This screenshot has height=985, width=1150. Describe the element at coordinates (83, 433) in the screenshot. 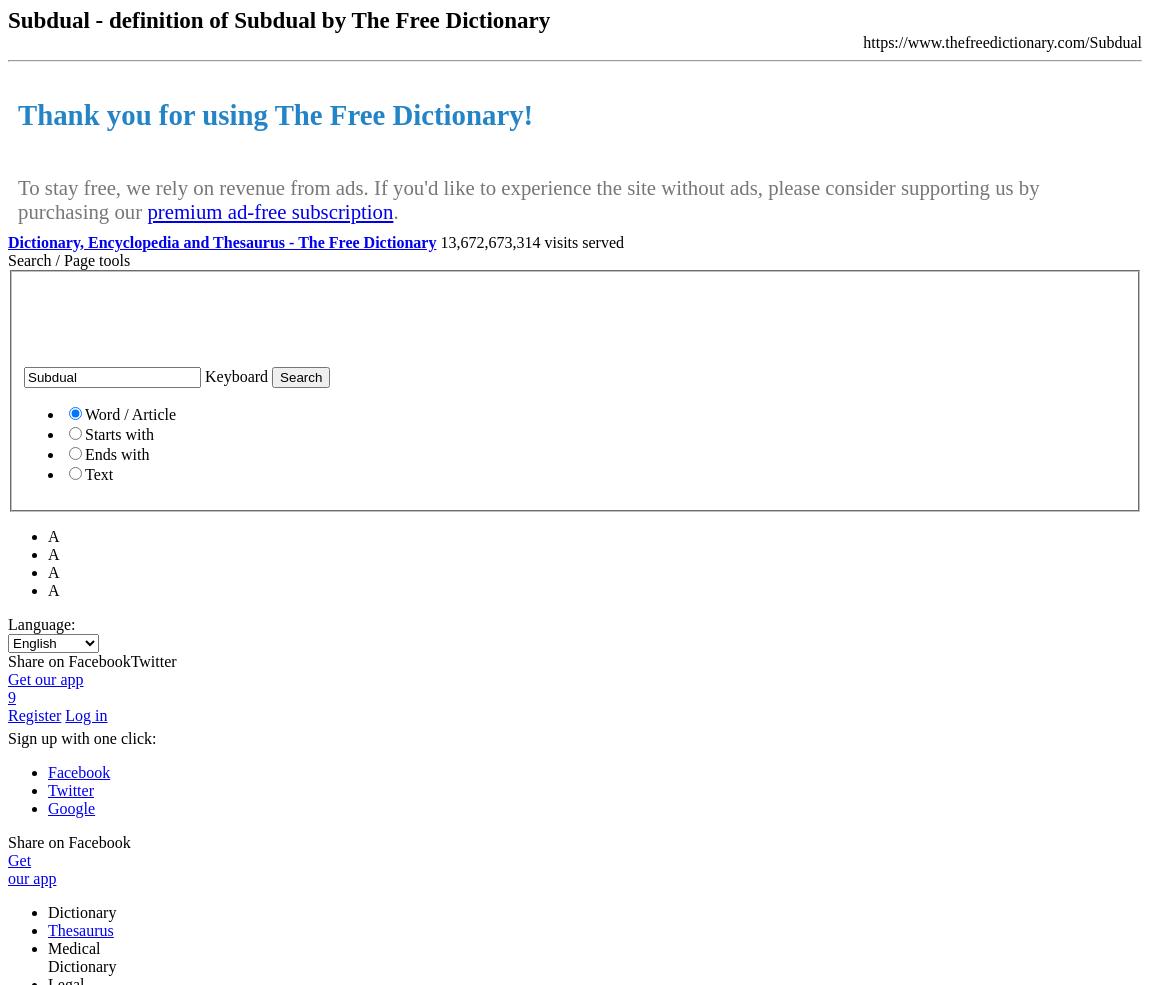

I see `'Starts with'` at that location.